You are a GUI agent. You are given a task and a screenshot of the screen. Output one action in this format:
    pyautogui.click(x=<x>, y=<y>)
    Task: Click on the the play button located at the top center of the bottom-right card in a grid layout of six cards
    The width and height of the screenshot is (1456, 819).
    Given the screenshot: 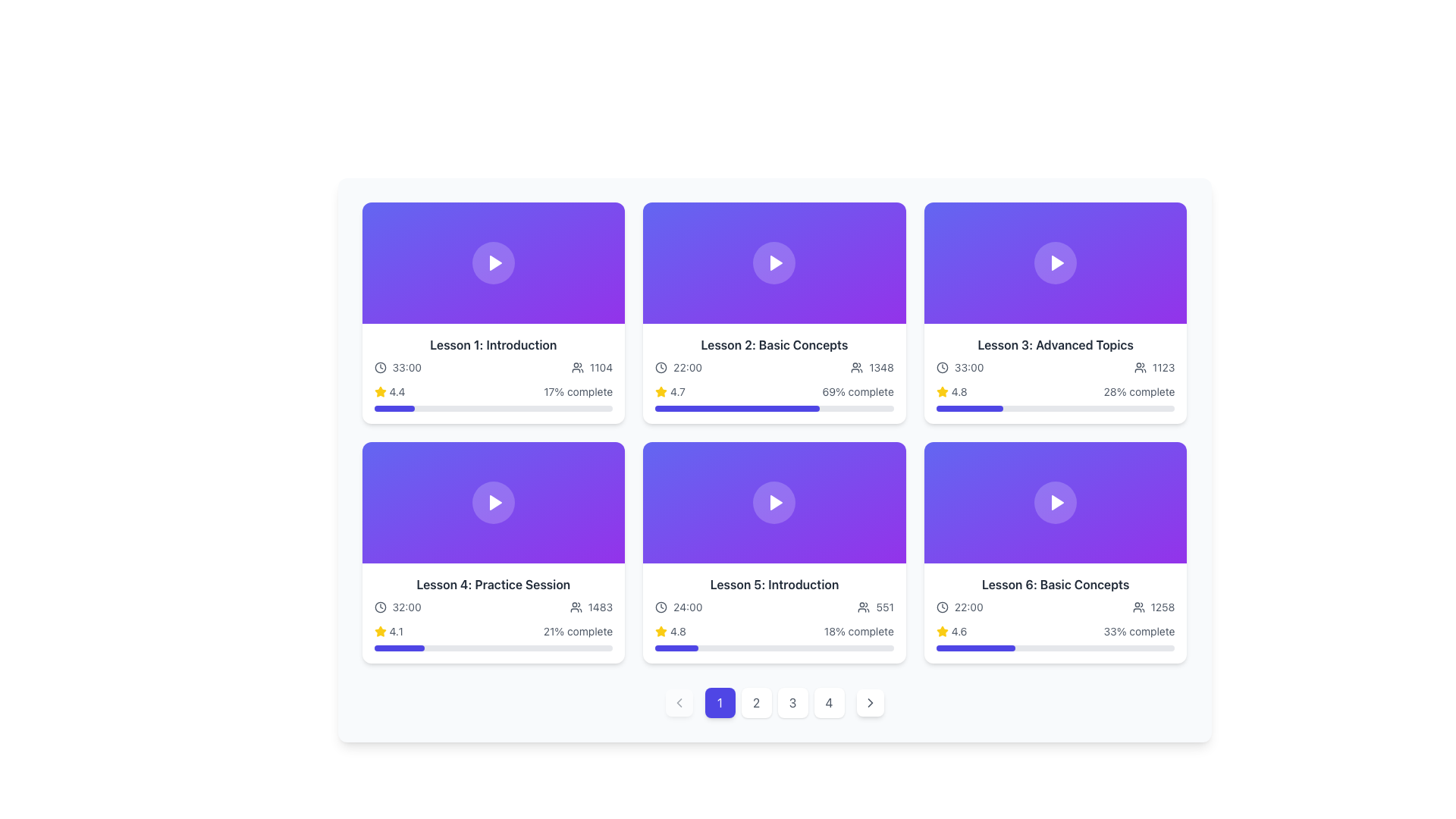 What is the action you would take?
    pyautogui.click(x=1056, y=503)
    